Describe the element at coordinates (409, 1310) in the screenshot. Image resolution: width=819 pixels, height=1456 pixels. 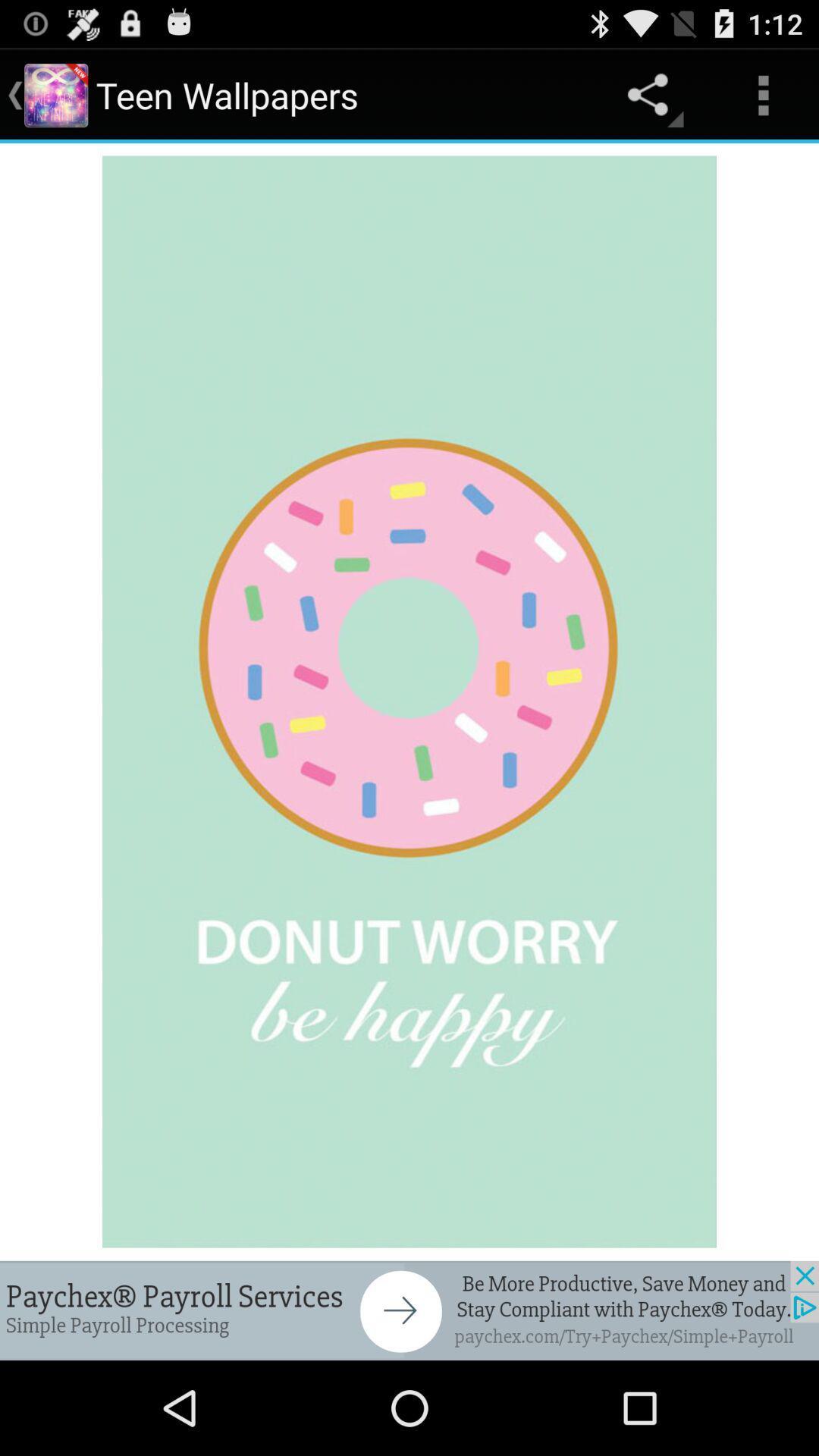
I see `click advertisement` at that location.